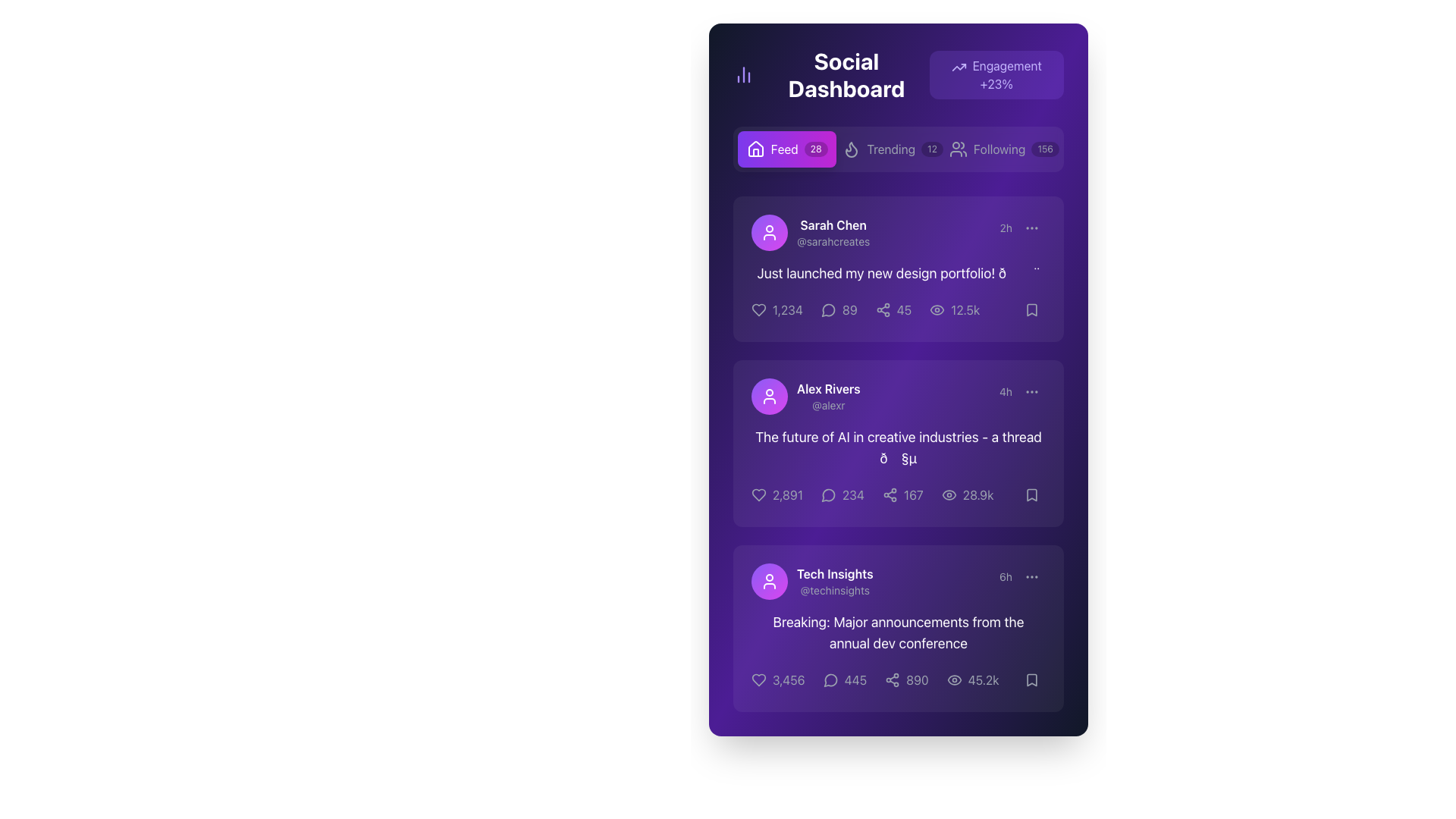  Describe the element at coordinates (744, 75) in the screenshot. I see `the statistics icon located to the left of the 'Social Dashboard' text in the header section` at that location.